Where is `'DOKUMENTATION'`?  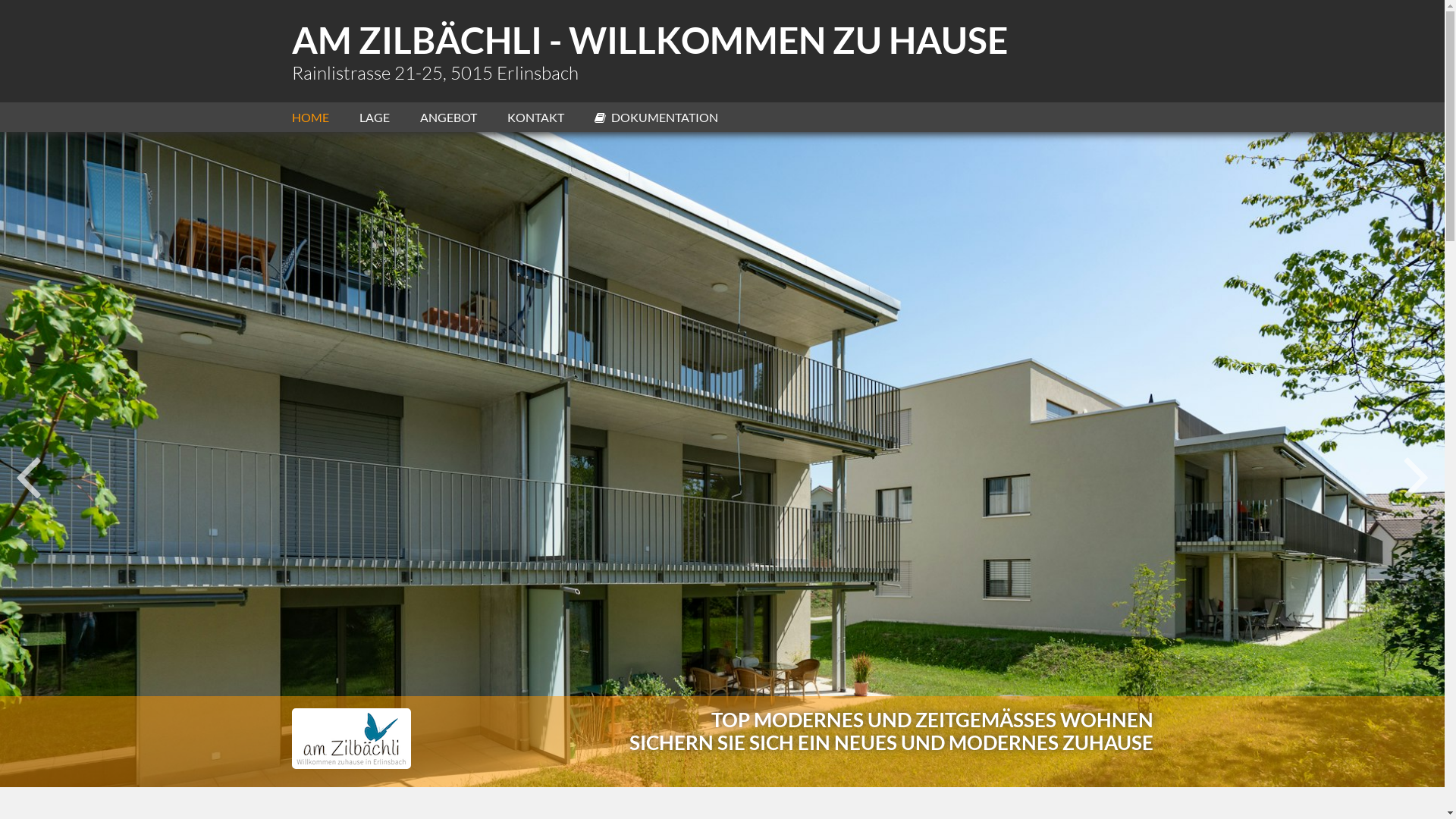 'DOKUMENTATION' is located at coordinates (670, 116).